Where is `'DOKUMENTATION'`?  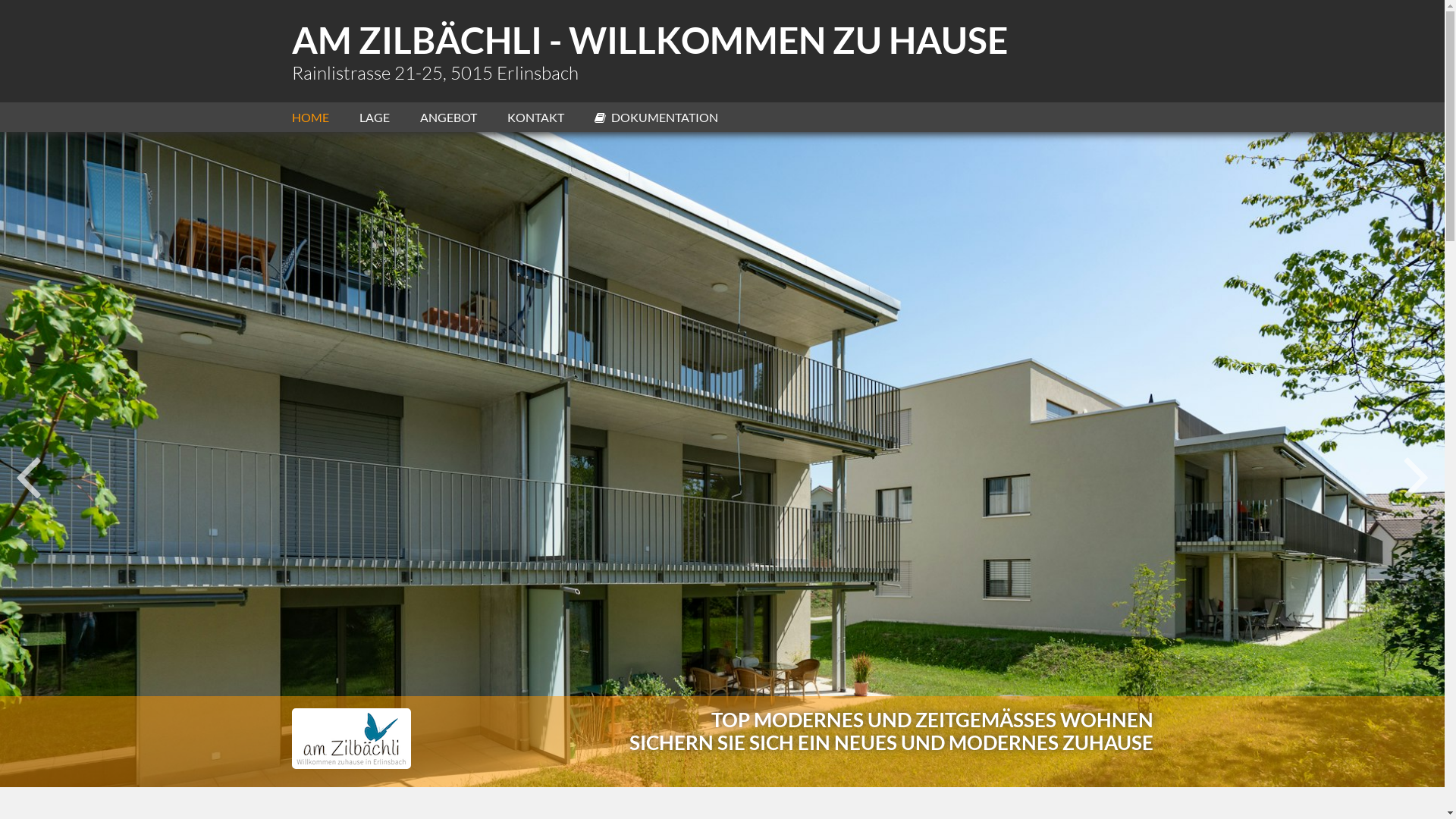 'DOKUMENTATION' is located at coordinates (670, 116).